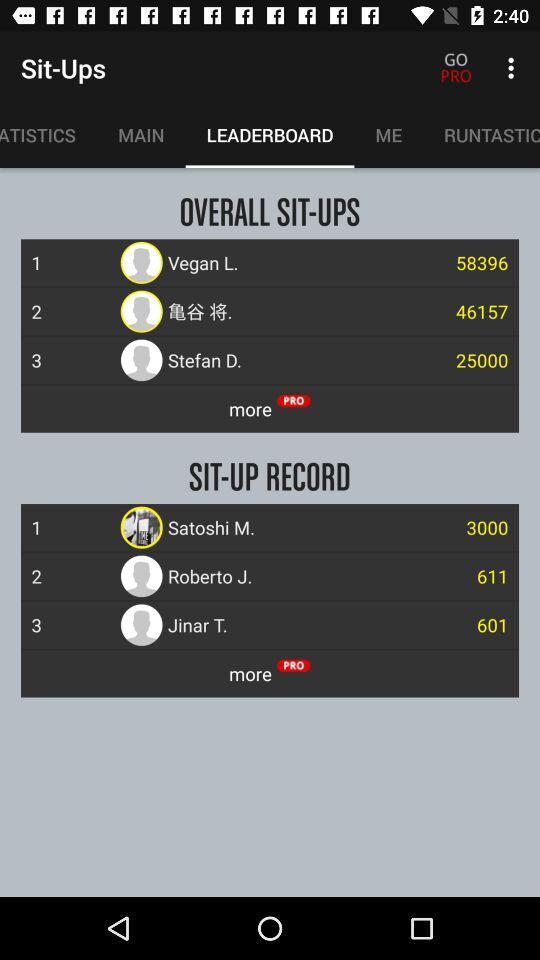  Describe the element at coordinates (48, 134) in the screenshot. I see `item above the 1 item` at that location.